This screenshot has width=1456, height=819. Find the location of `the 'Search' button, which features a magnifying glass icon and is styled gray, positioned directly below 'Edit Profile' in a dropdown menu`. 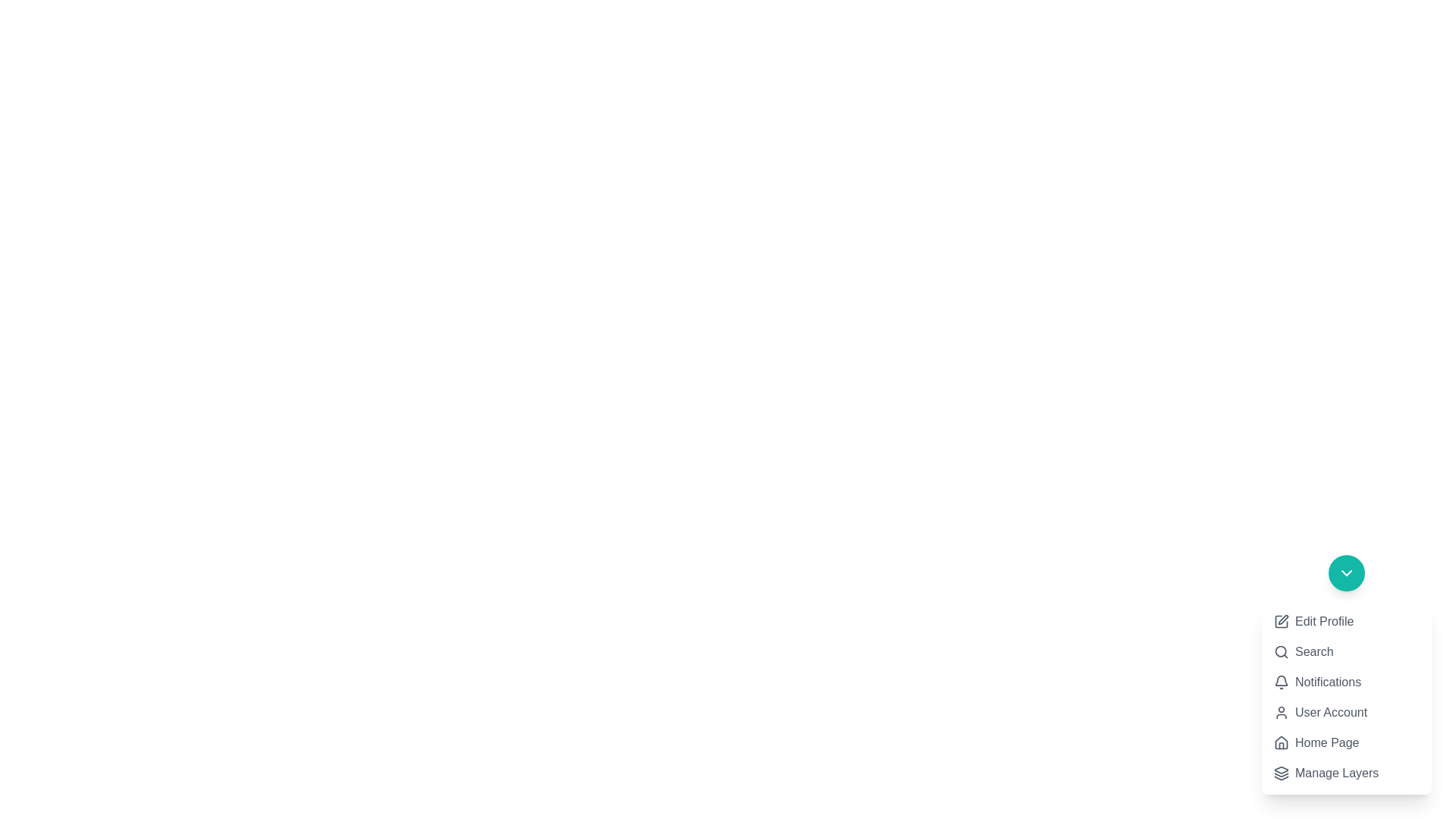

the 'Search' button, which features a magnifying glass icon and is styled gray, positioned directly below 'Edit Profile' in a dropdown menu is located at coordinates (1302, 651).